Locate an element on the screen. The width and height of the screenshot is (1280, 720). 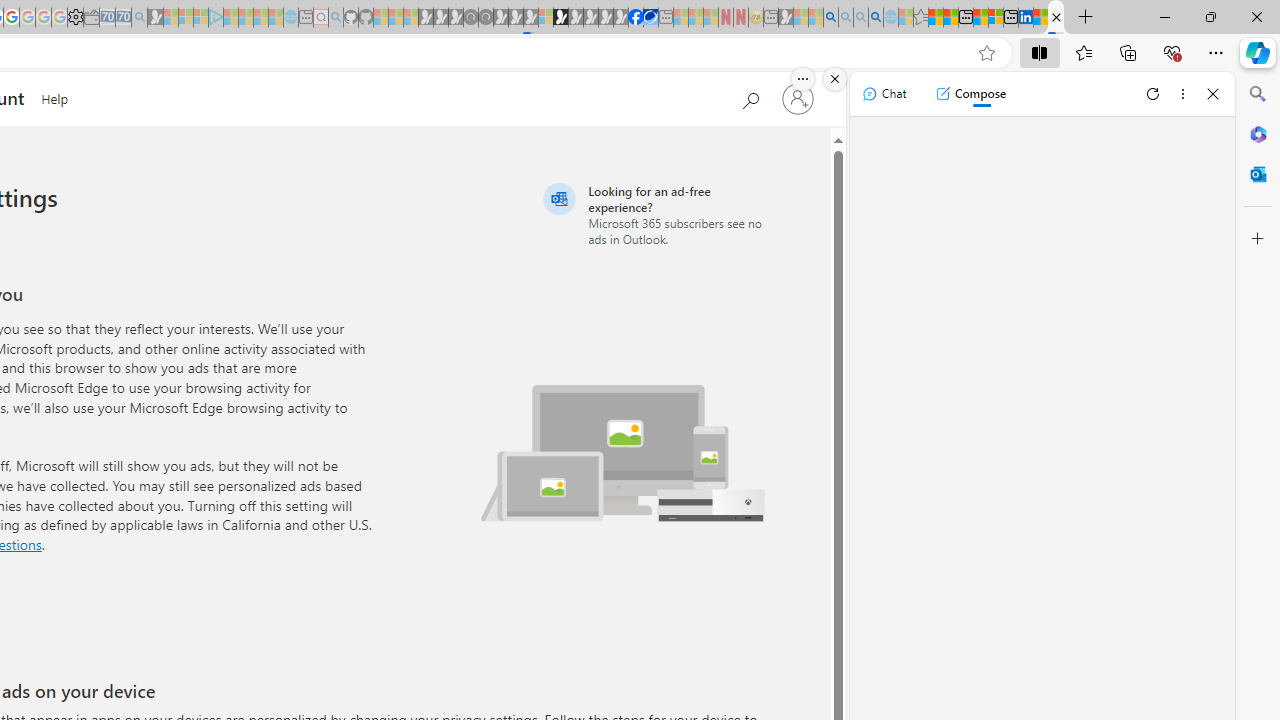
'Close split screen.' is located at coordinates (835, 78).